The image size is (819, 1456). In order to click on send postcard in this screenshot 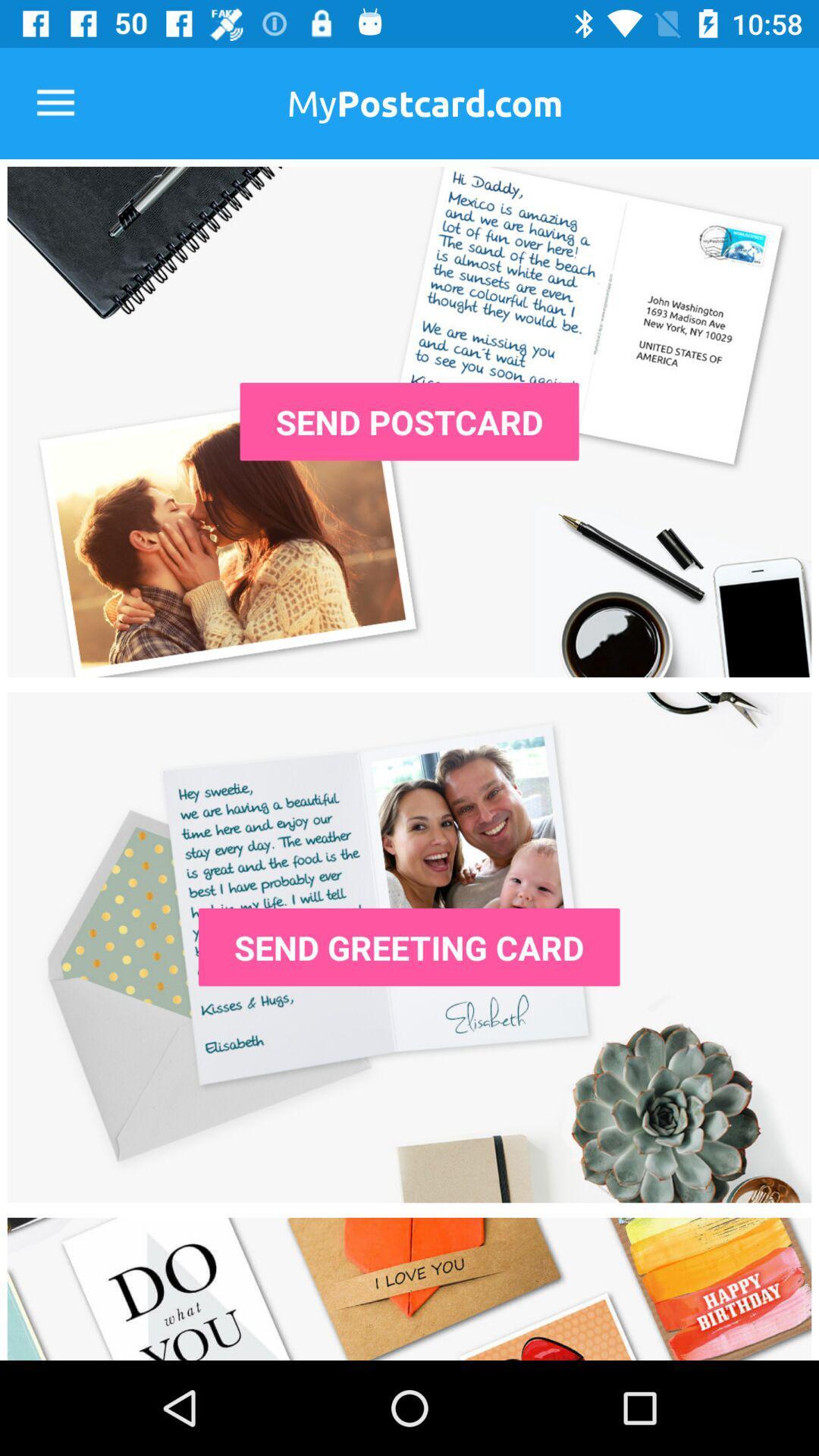, I will do `click(409, 422)`.